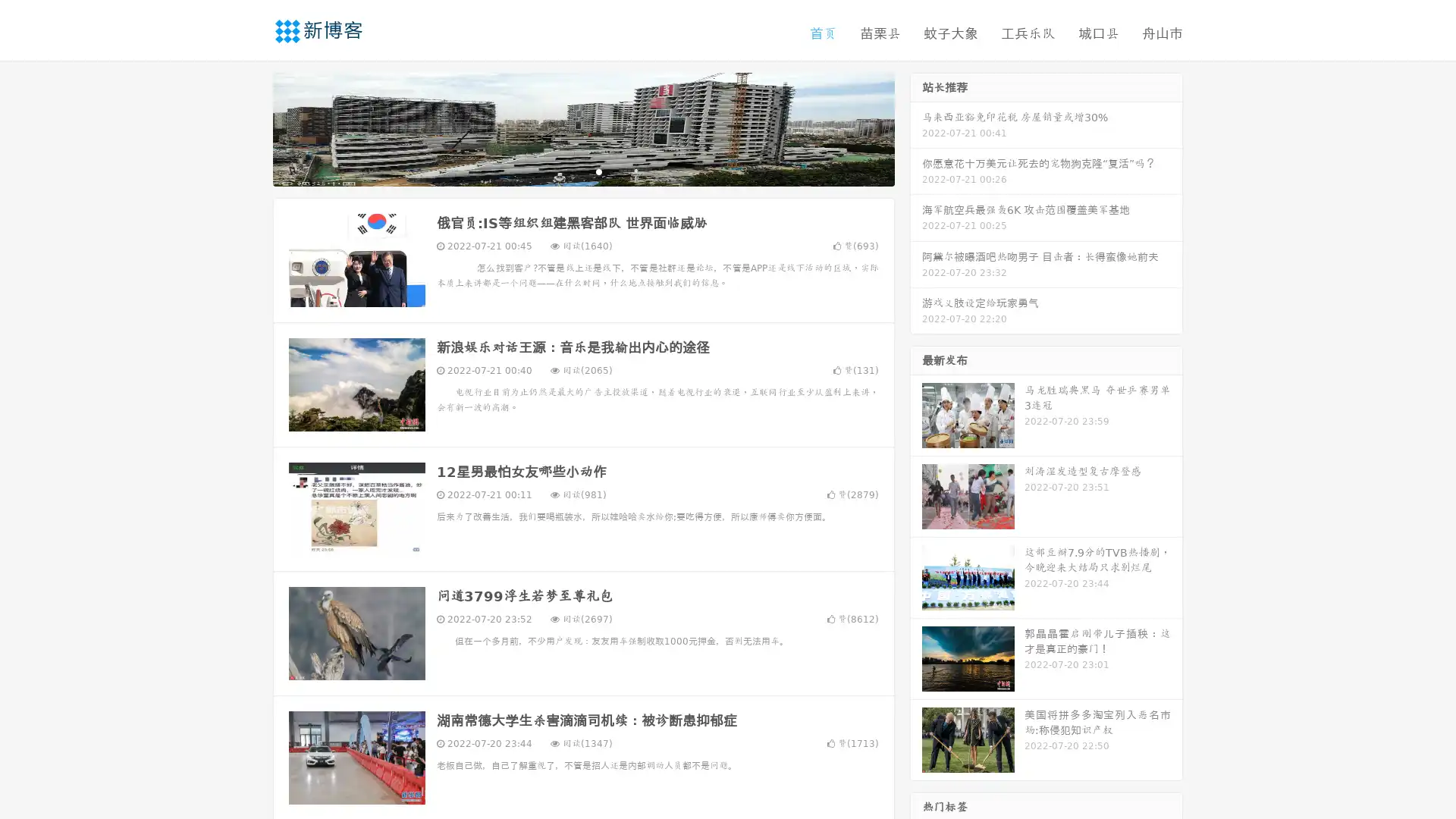 Image resolution: width=1456 pixels, height=819 pixels. Describe the element at coordinates (598, 171) in the screenshot. I see `Go to slide 3` at that location.